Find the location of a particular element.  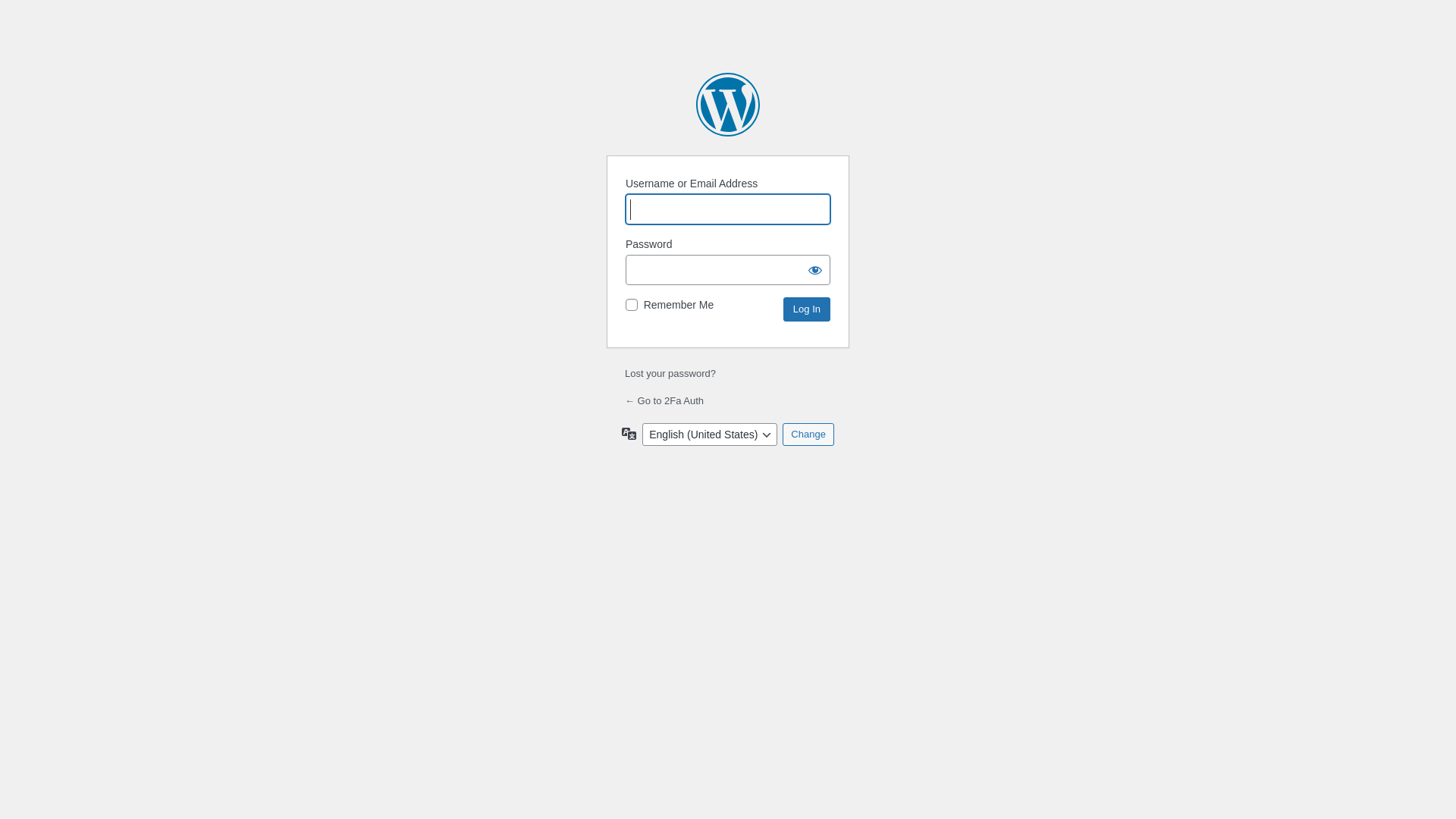

'Log In' is located at coordinates (806, 309).